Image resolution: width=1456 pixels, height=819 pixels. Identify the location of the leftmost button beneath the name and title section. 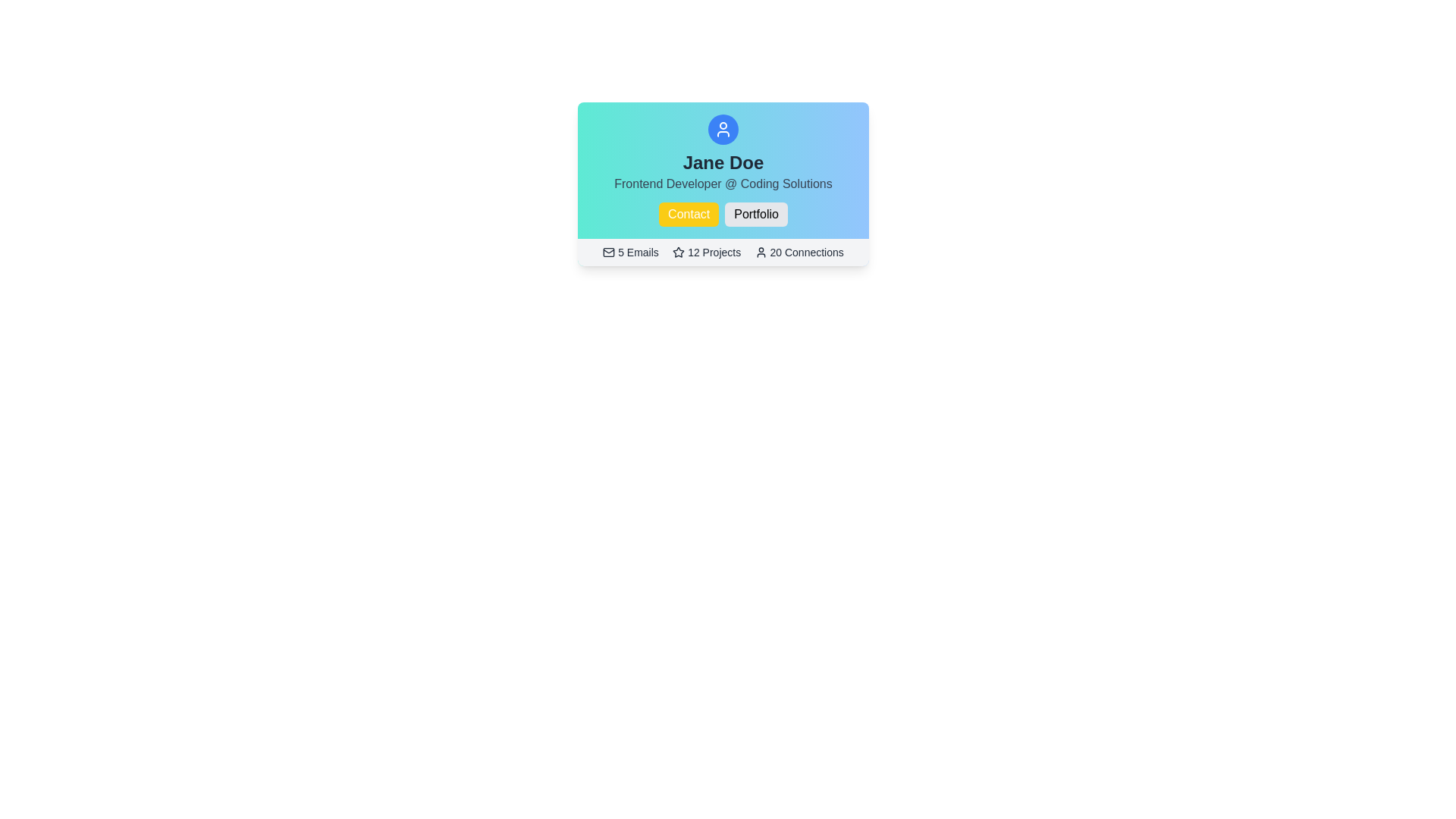
(688, 214).